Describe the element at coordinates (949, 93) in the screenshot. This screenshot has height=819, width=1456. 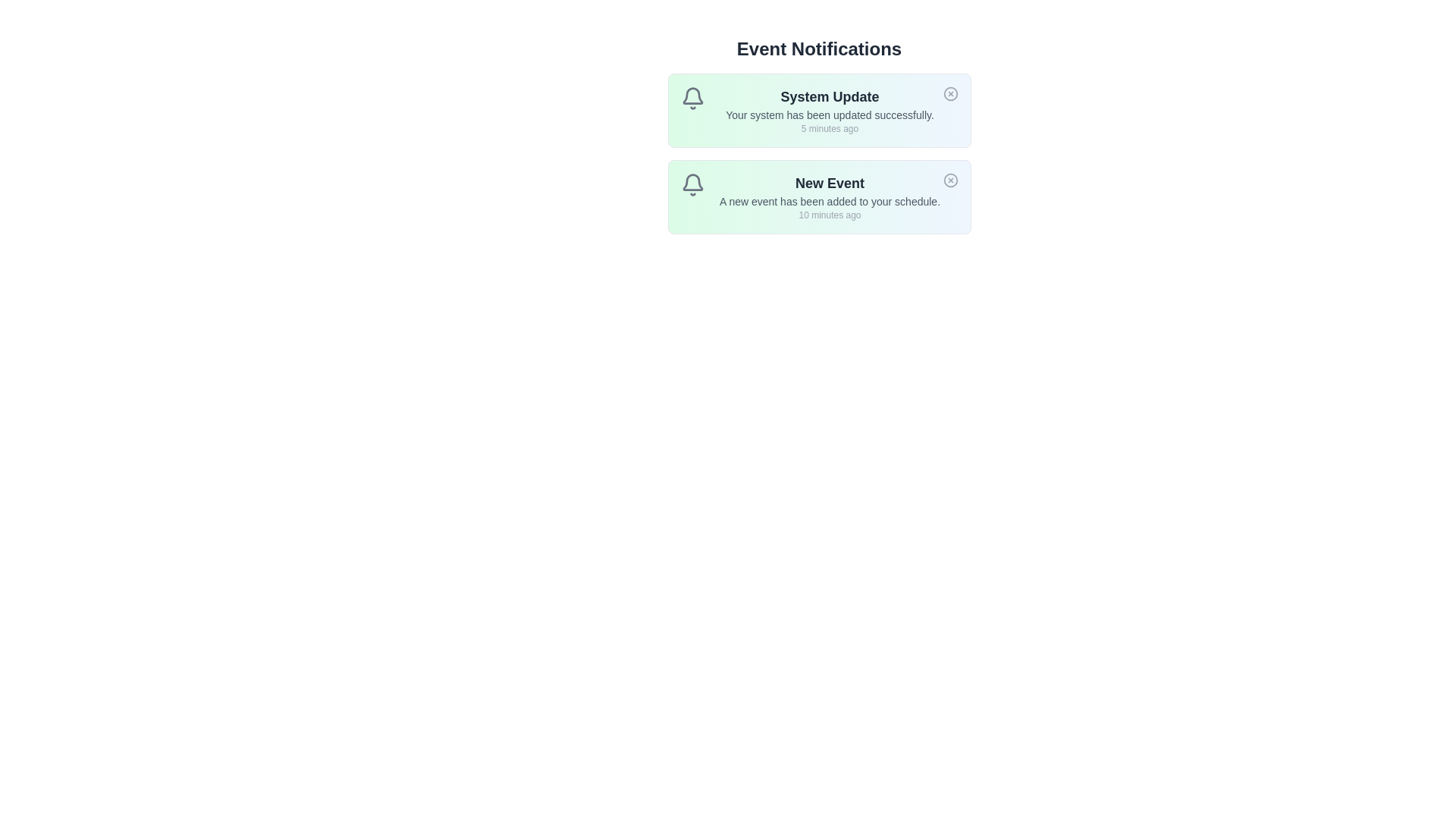
I see `close button for the notification titled System Update` at that location.